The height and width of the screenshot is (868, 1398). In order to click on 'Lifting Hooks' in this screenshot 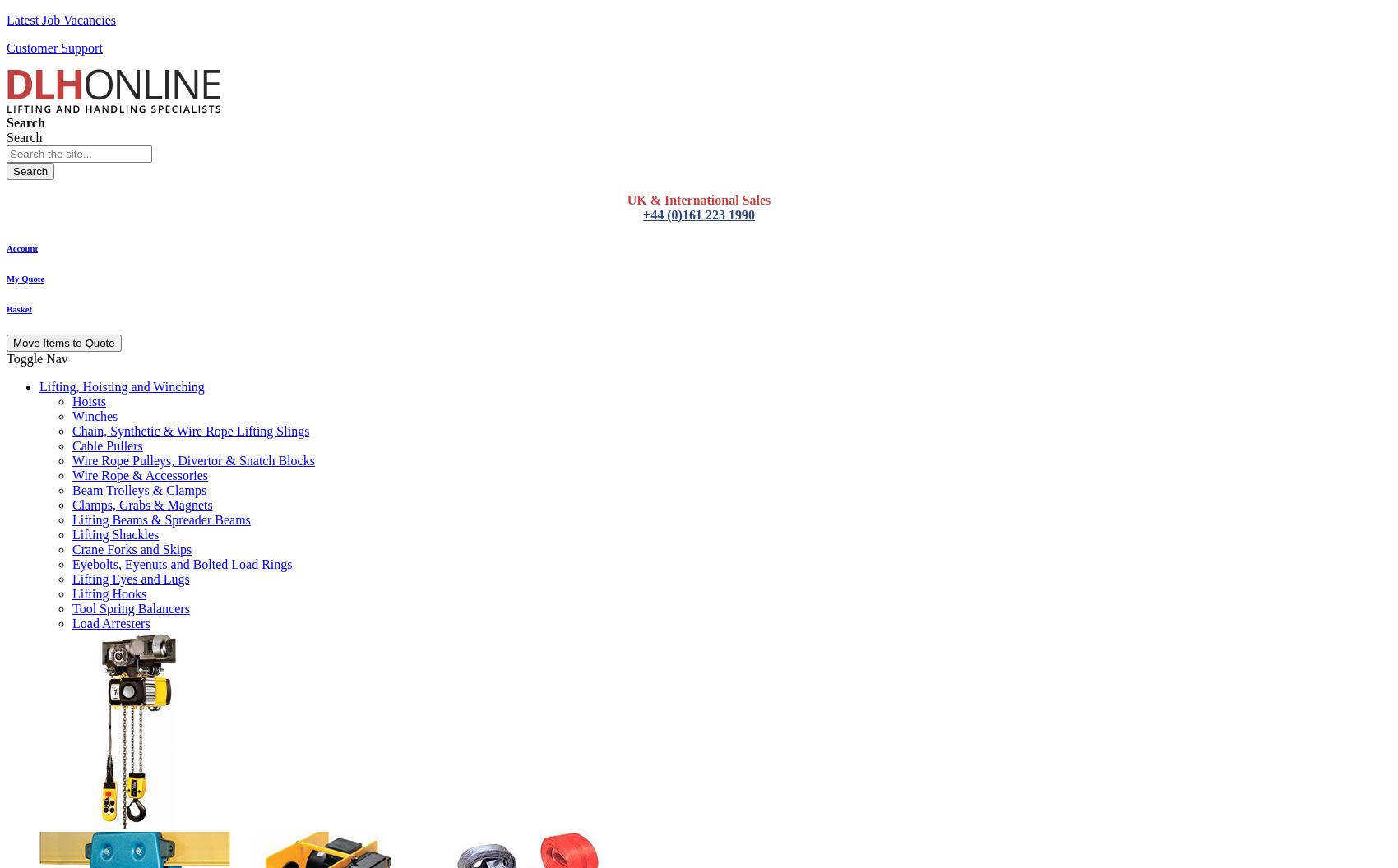, I will do `click(108, 593)`.